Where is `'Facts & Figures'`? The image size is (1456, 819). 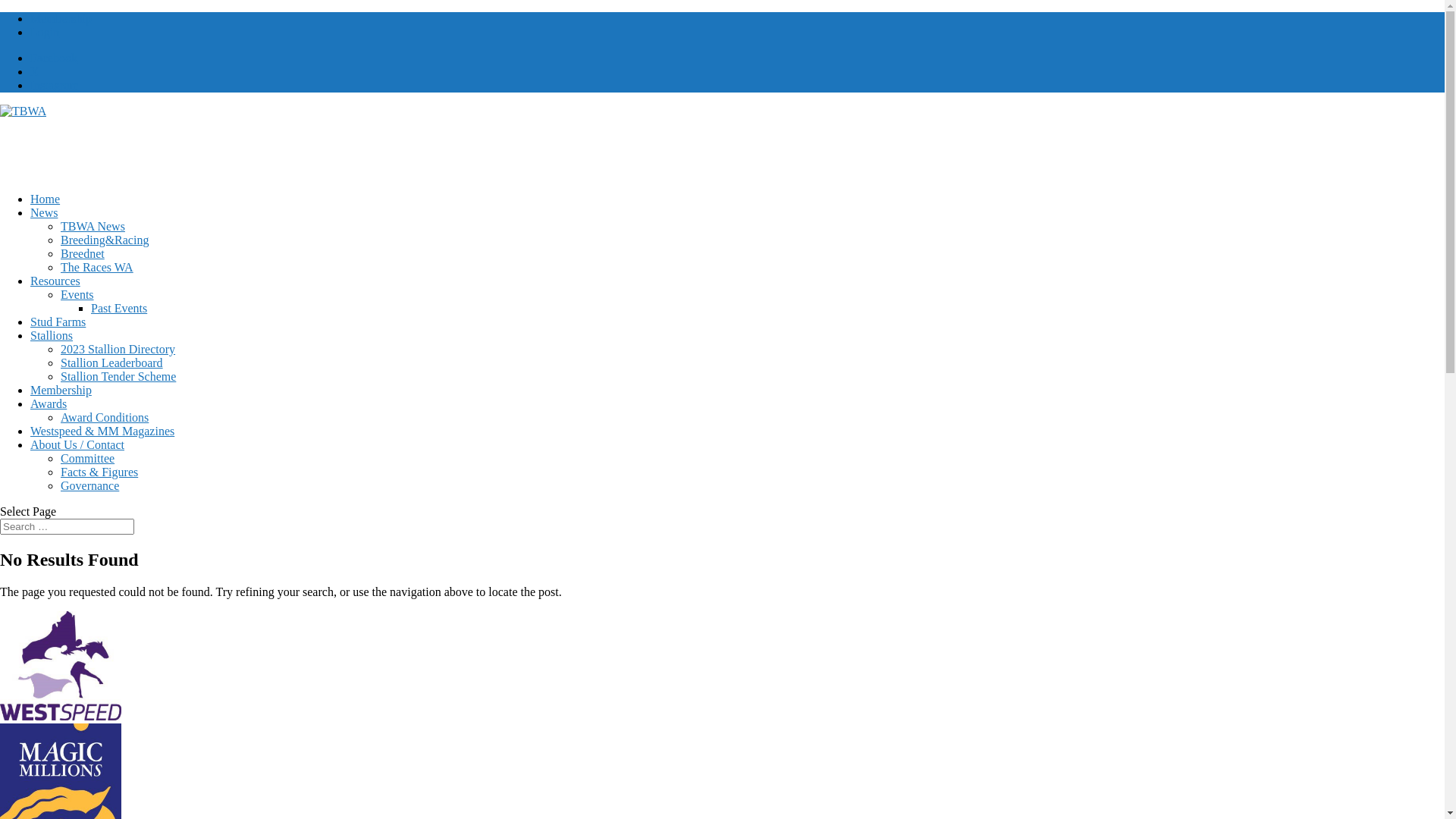
'Facts & Figures' is located at coordinates (61, 471).